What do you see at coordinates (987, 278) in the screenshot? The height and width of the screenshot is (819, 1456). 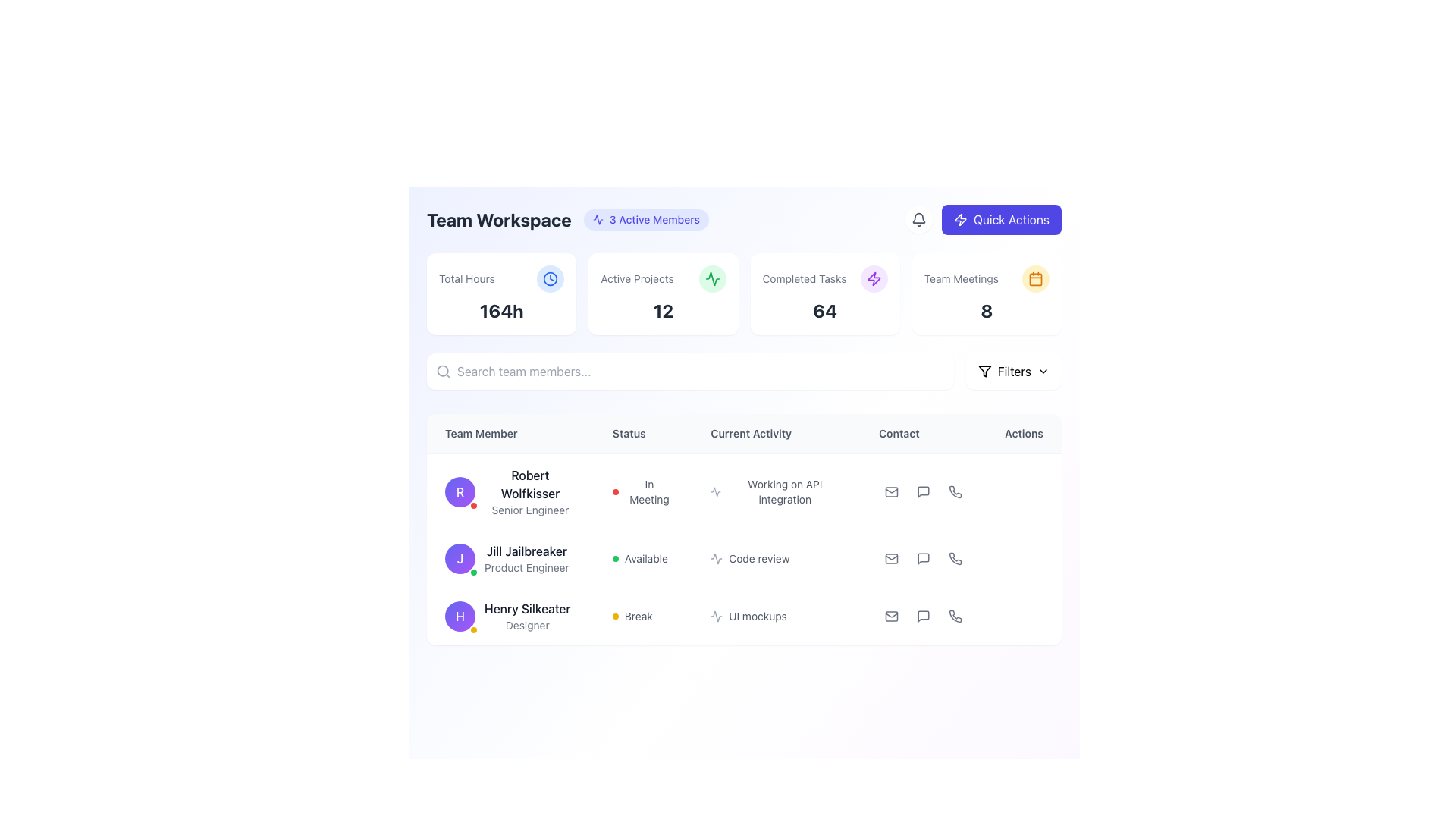 I see `the 'Team Meetings' text label with icon, which features a calendar icon on a yellow circular background, located at the top-right corner of the user interface` at bounding box center [987, 278].